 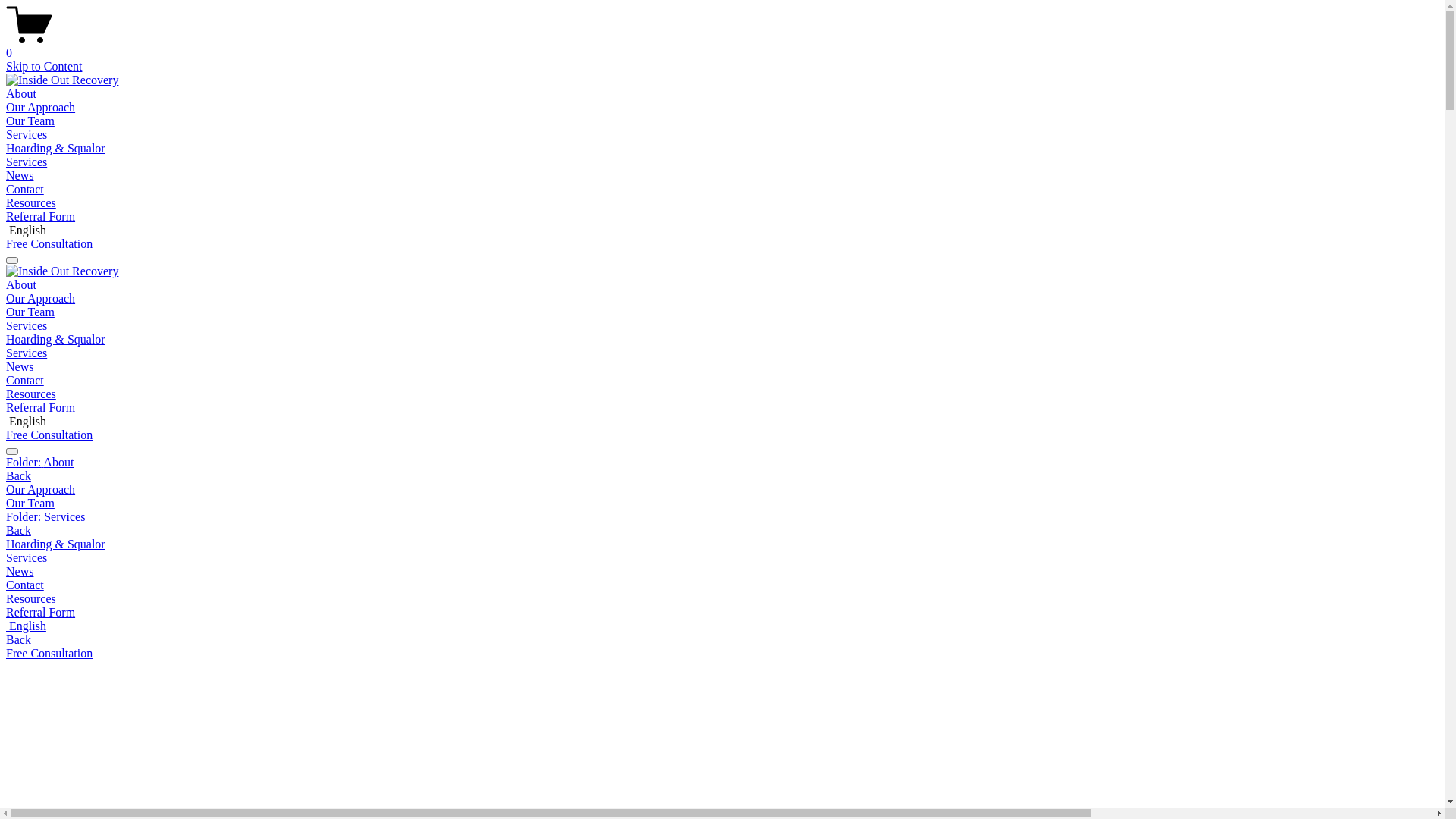 I want to click on 'Our Team', so click(x=721, y=503).